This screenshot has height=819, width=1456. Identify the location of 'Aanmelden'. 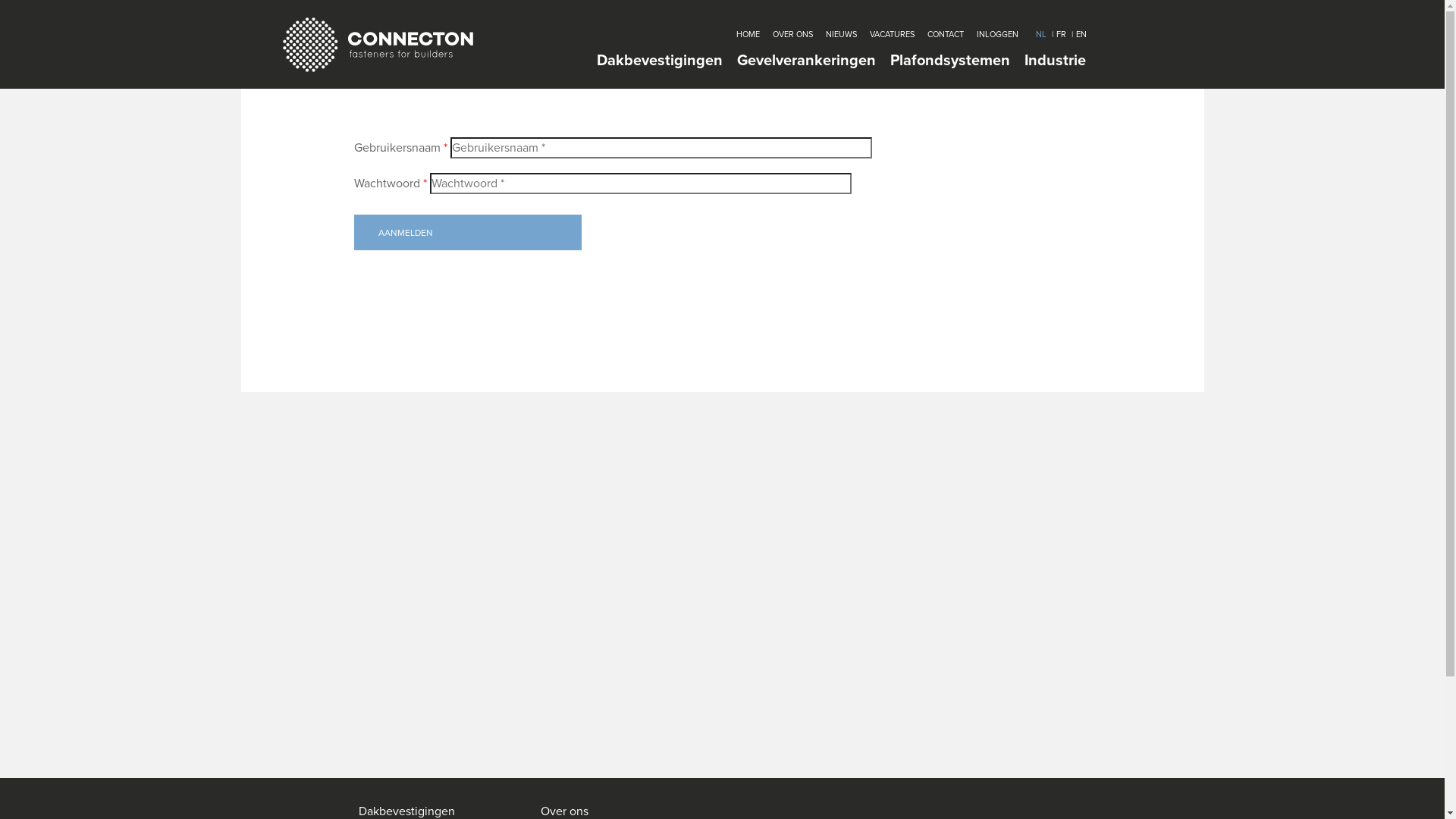
(466, 232).